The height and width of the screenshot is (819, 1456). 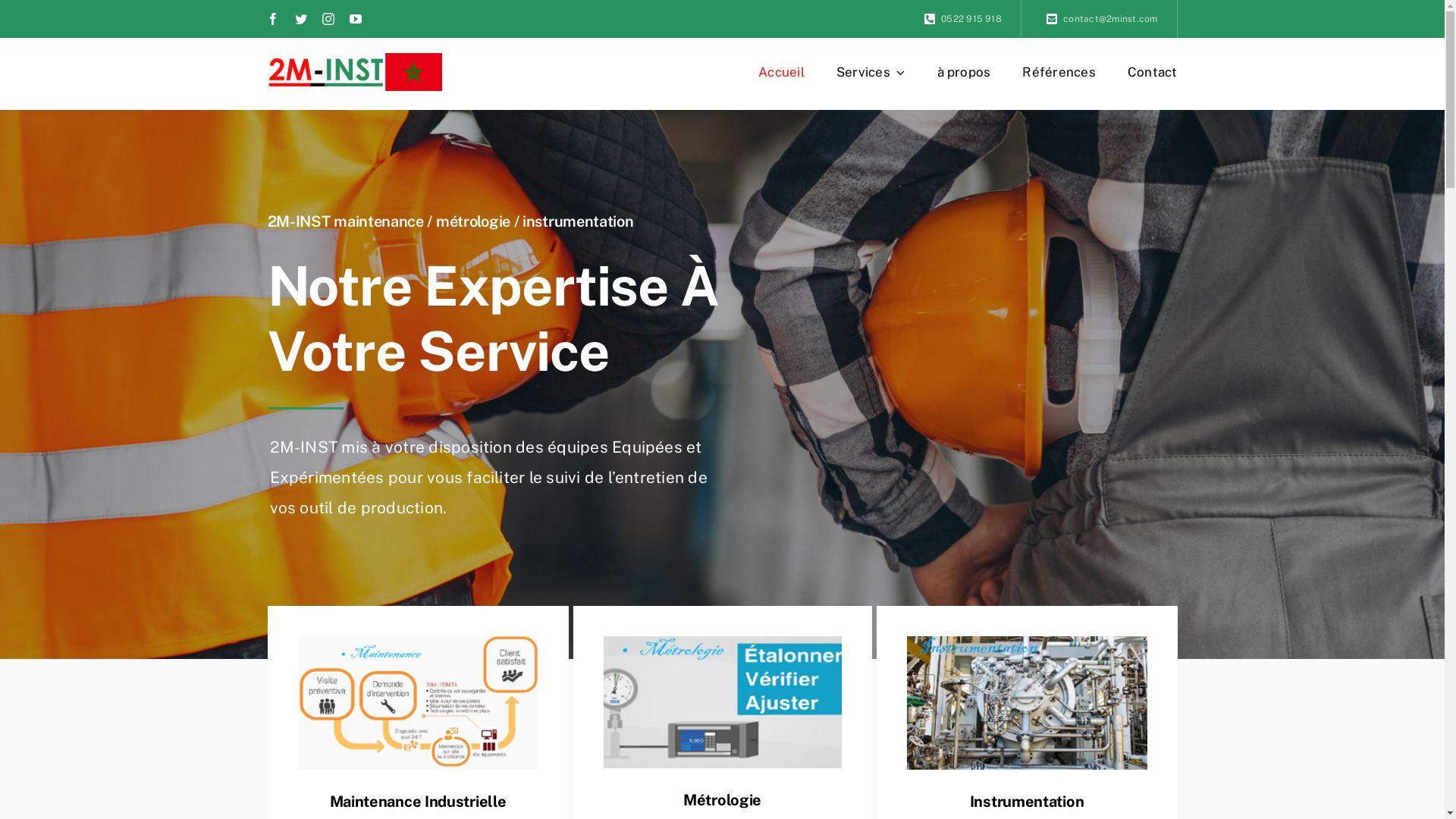 I want to click on 'Facebook', so click(x=273, y=18).